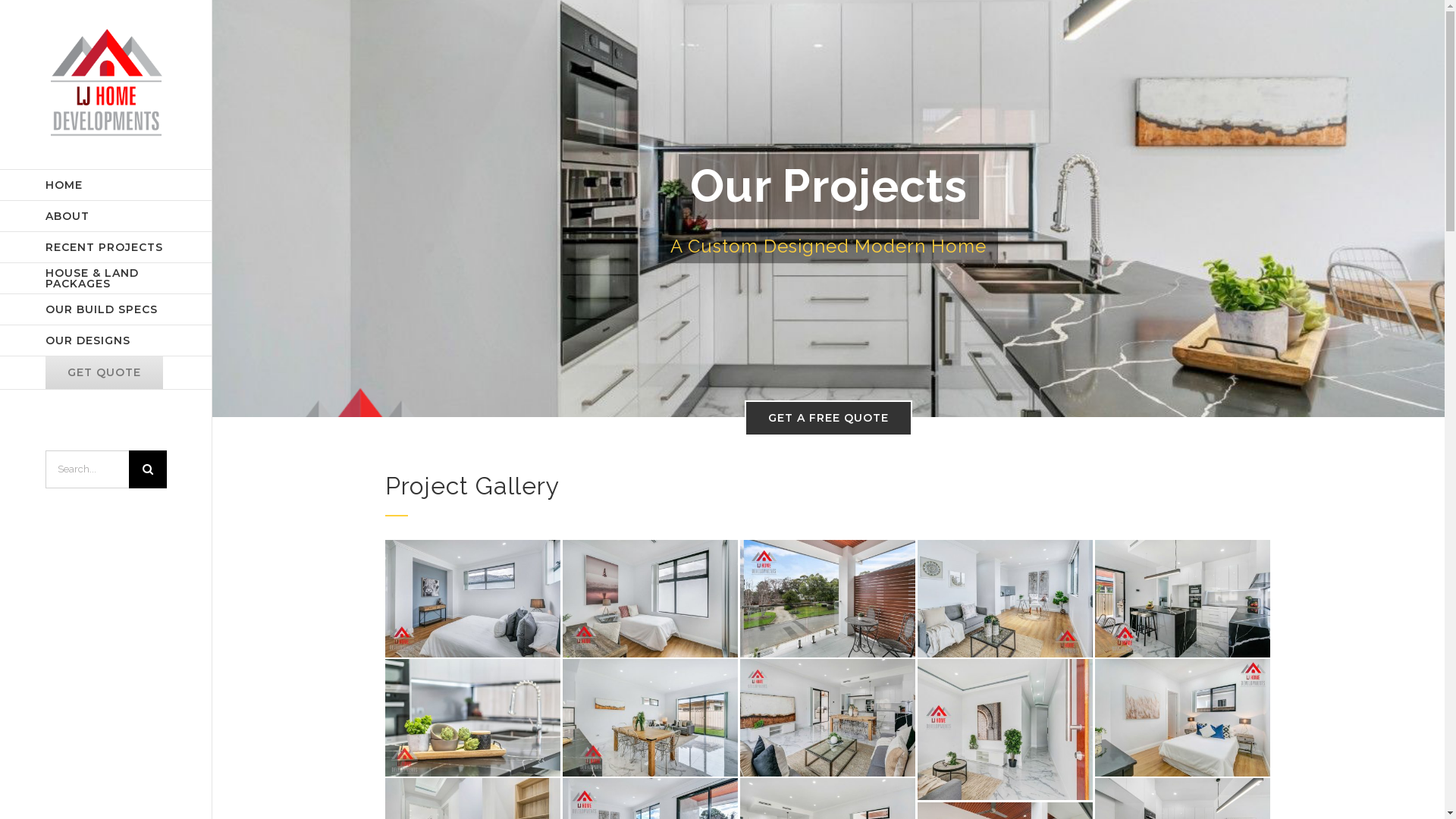 The image size is (1456, 819). I want to click on '18', so click(472, 598).